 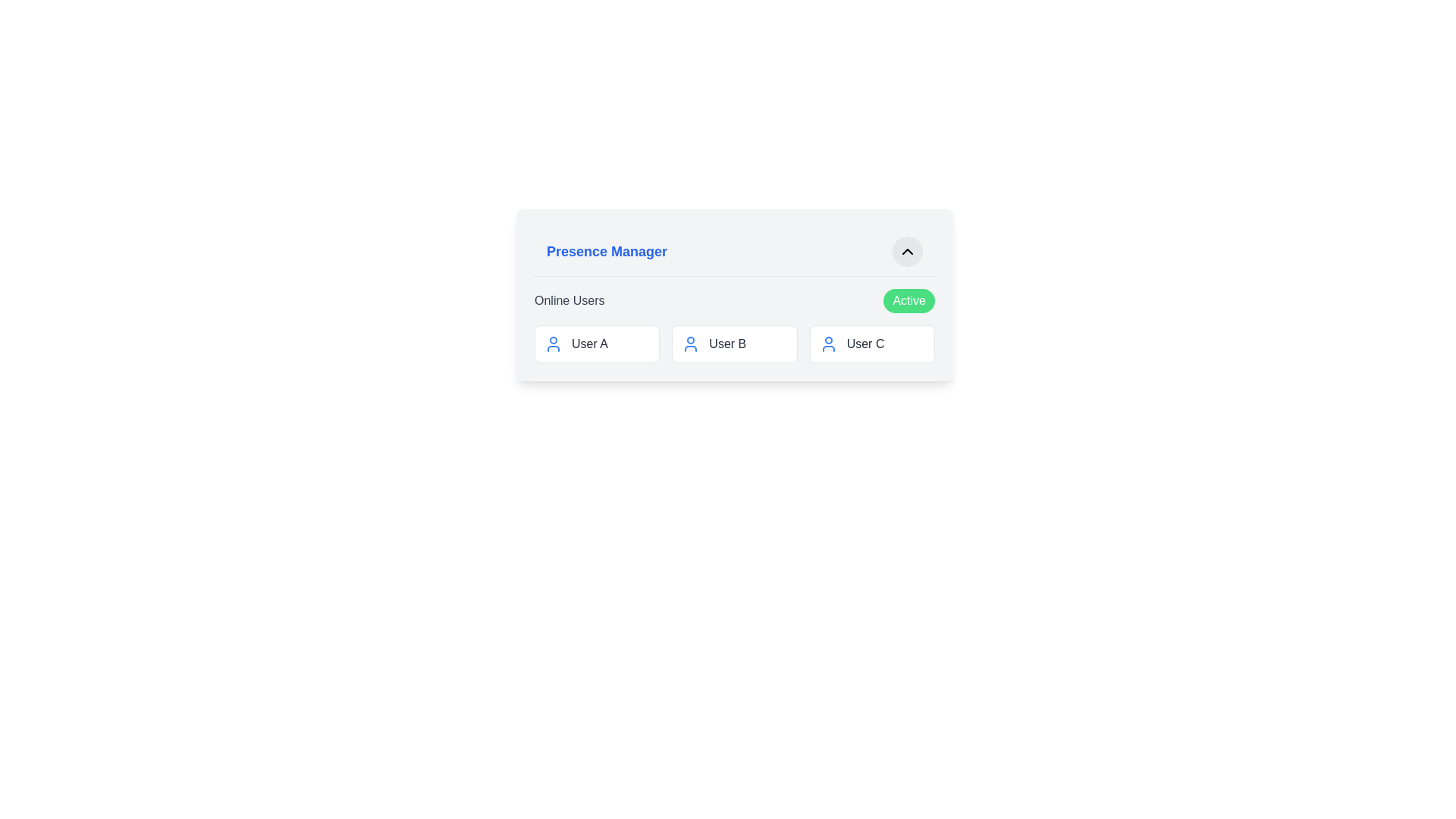 What do you see at coordinates (907, 250) in the screenshot?
I see `the chevron arrow icon within the rounded button located at the top-right corner of the 'Presence Manager' card` at bounding box center [907, 250].